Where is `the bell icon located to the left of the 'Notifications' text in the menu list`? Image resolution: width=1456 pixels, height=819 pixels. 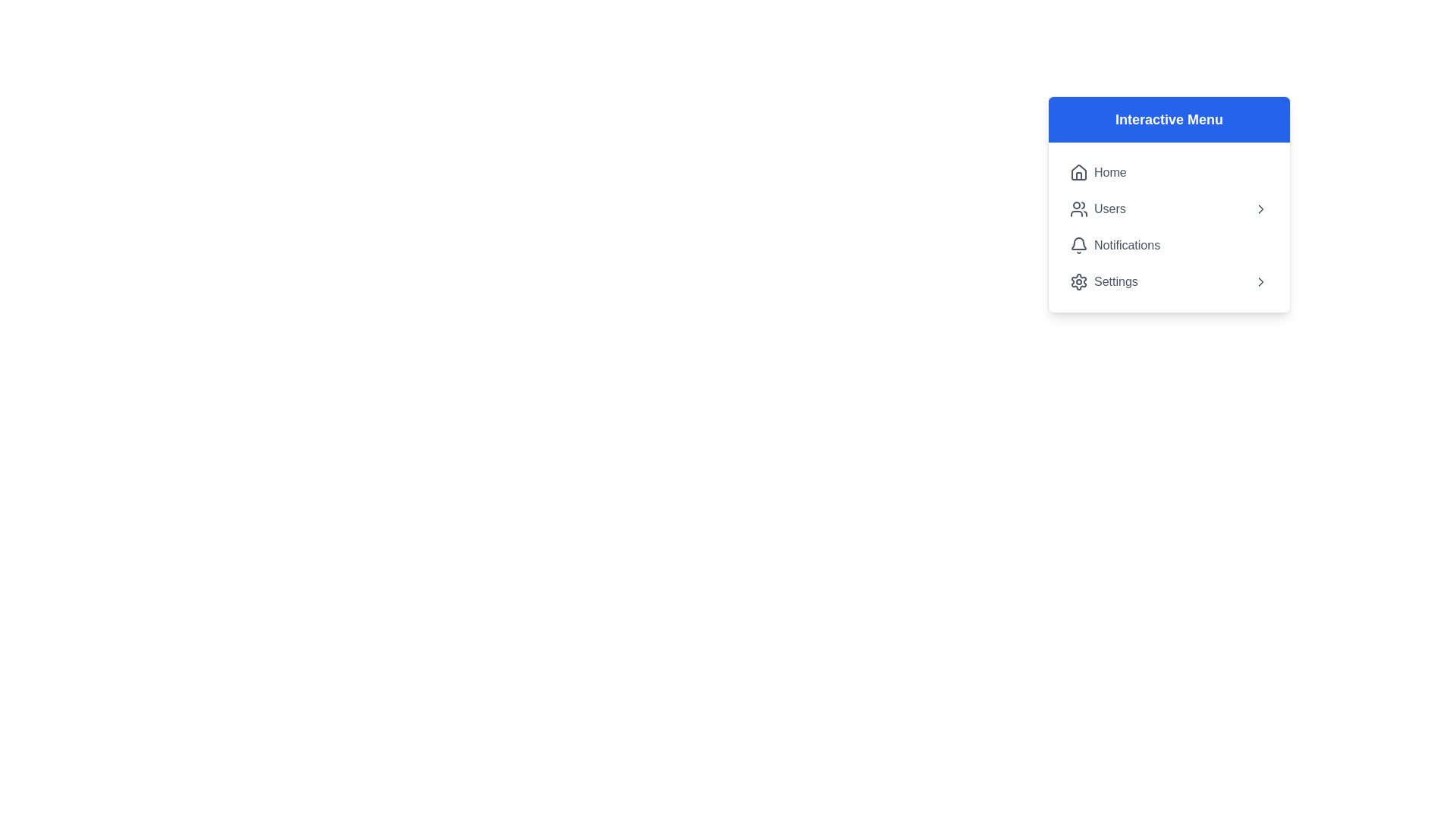
the bell icon located to the left of the 'Notifications' text in the menu list is located at coordinates (1078, 245).